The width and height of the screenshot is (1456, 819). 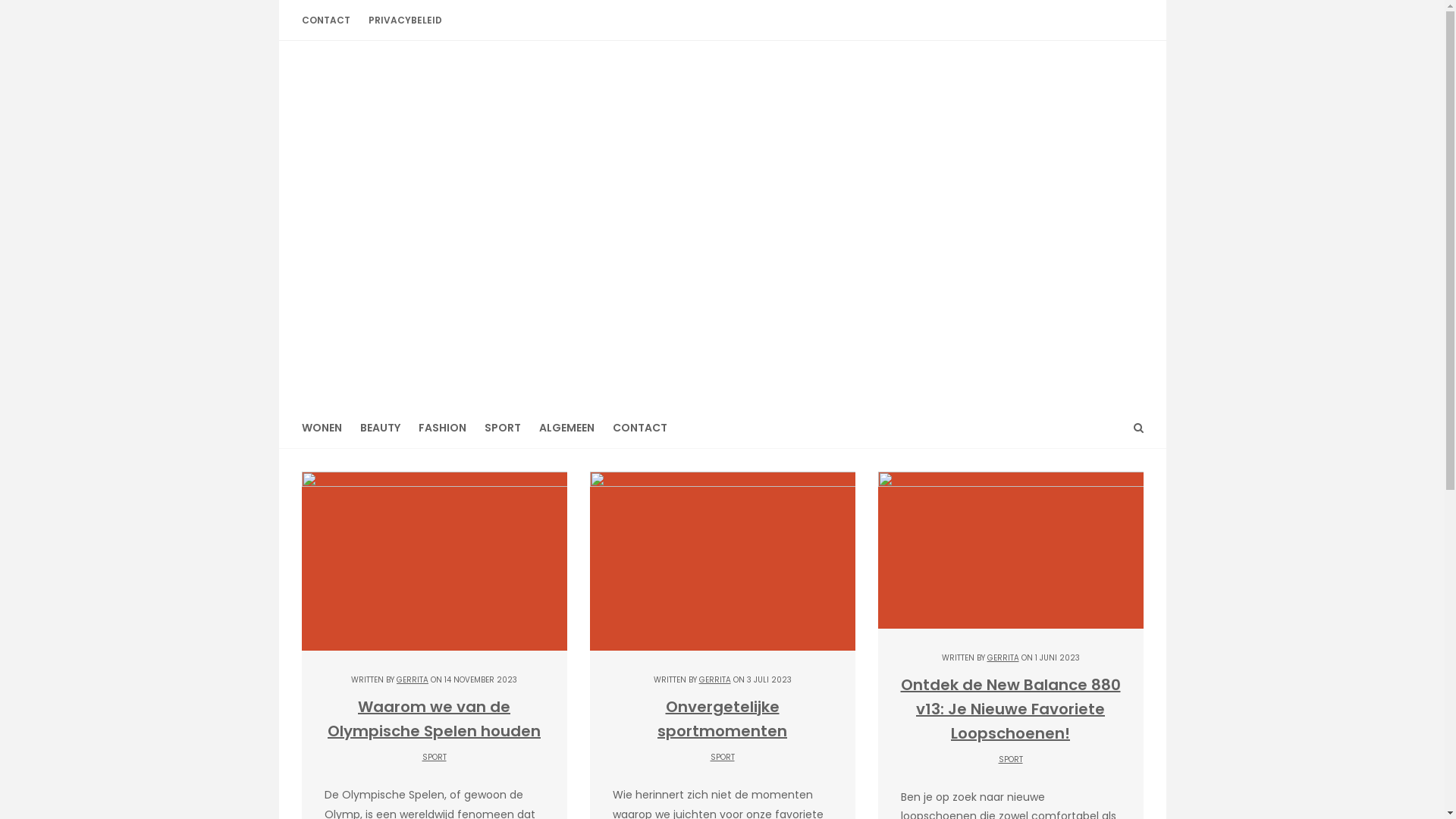 I want to click on 'ALGEMEEN', so click(x=565, y=428).